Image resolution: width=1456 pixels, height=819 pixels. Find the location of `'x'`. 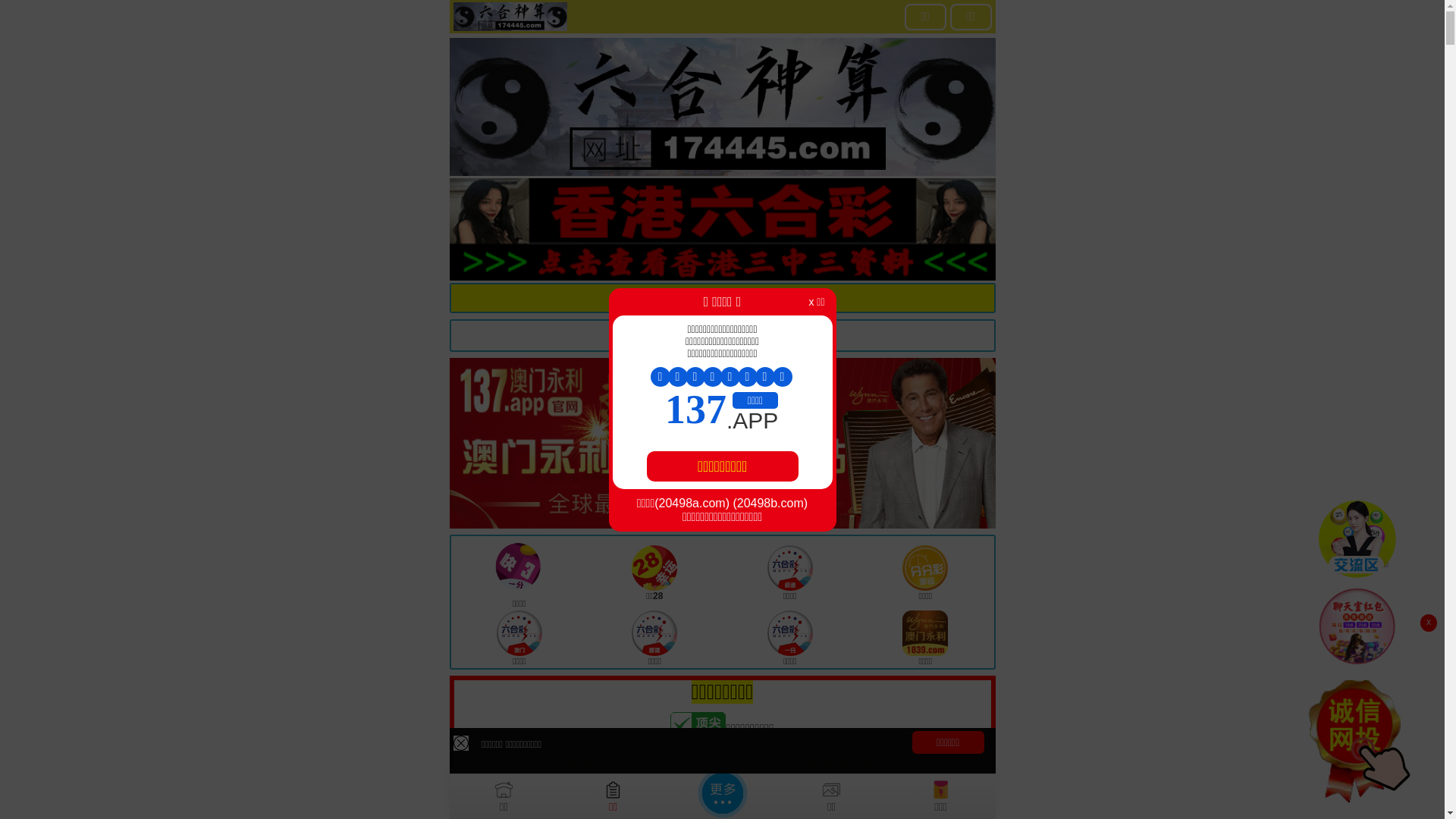

'x' is located at coordinates (1427, 623).